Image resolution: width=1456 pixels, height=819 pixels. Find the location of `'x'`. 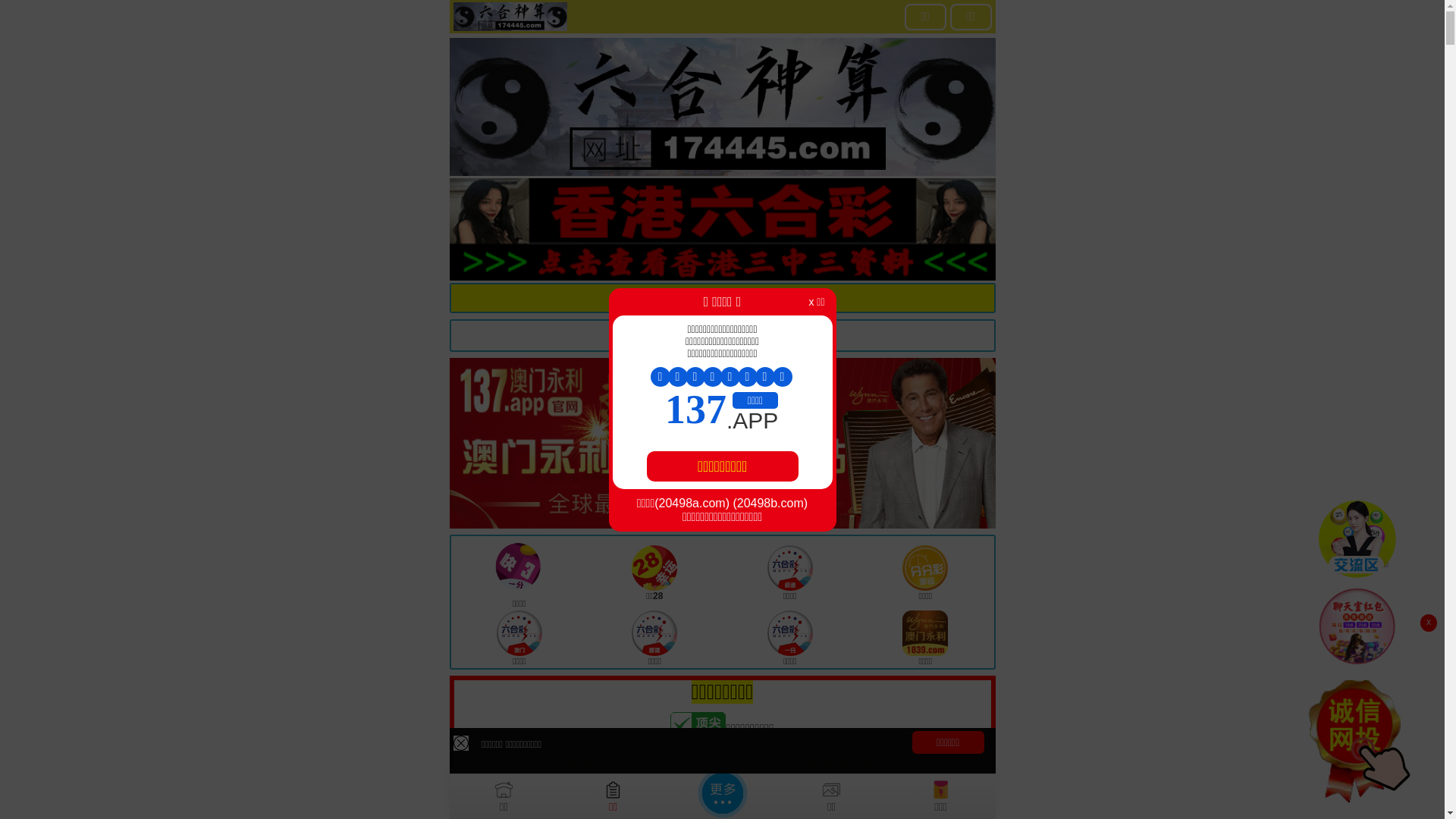

'x' is located at coordinates (1427, 623).